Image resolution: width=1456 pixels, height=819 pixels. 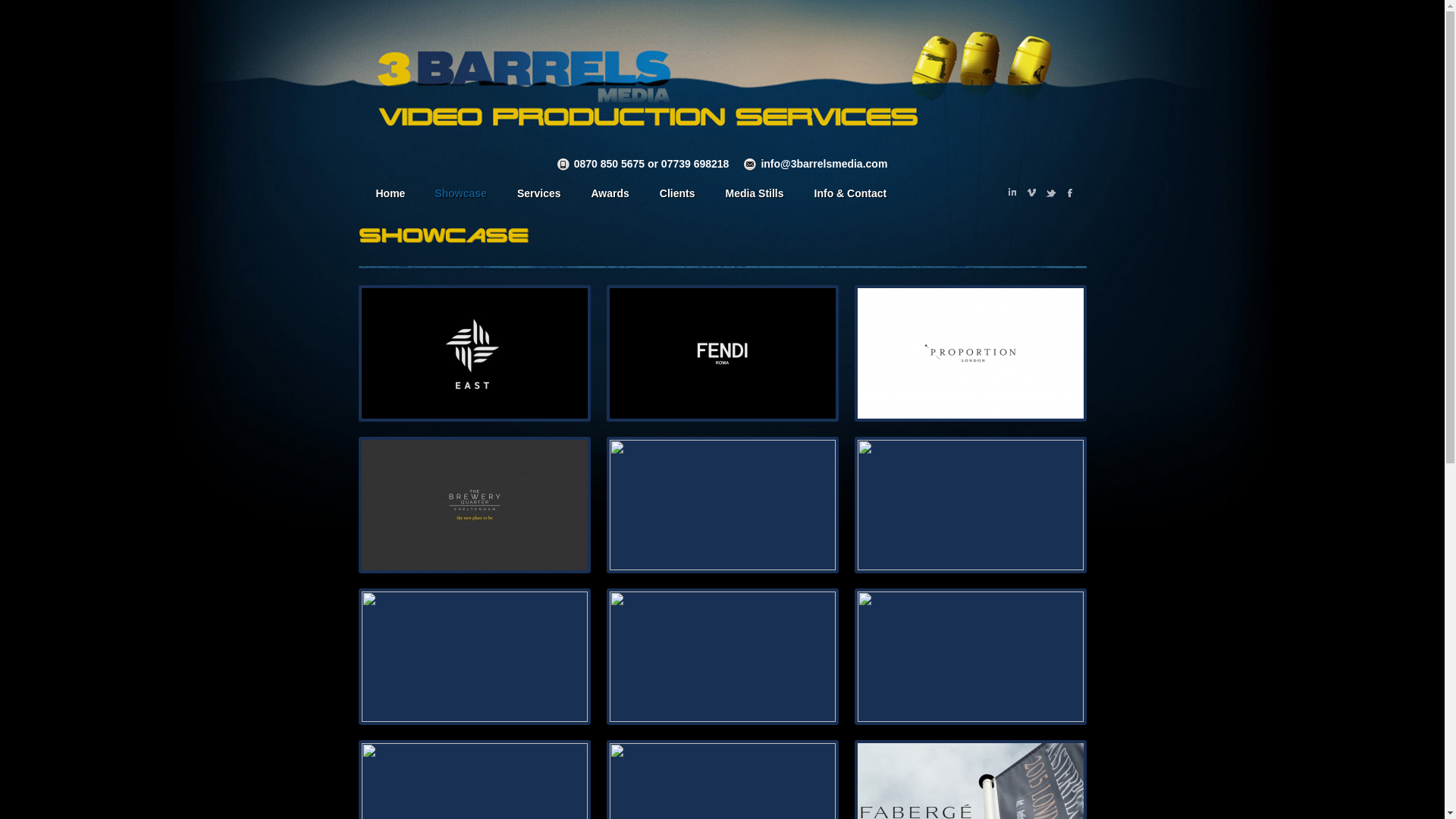 What do you see at coordinates (389, 195) in the screenshot?
I see `'Home'` at bounding box center [389, 195].